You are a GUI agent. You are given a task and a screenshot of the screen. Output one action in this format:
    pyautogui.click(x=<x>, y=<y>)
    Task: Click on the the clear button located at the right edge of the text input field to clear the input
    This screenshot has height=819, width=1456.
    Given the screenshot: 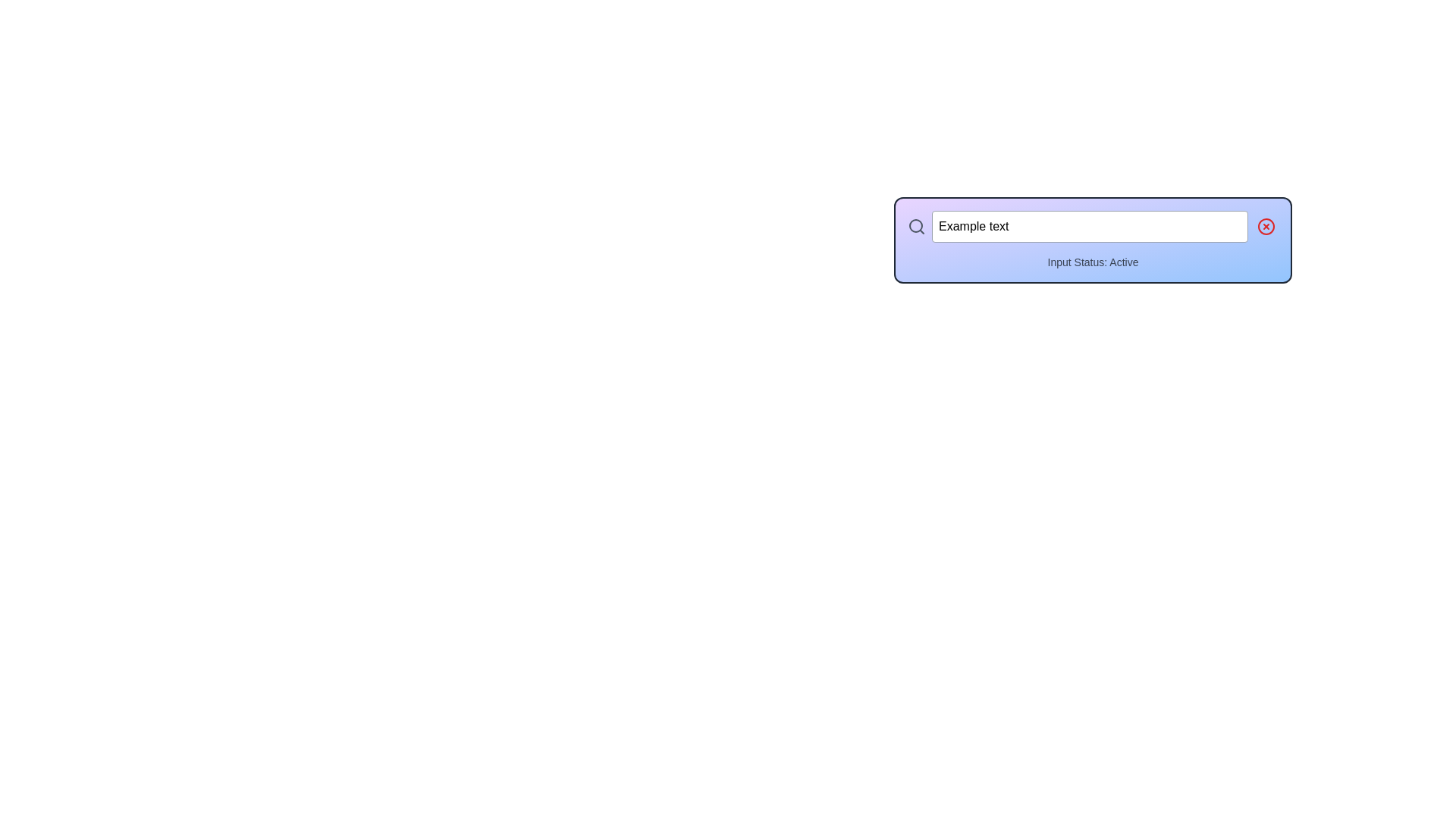 What is the action you would take?
    pyautogui.click(x=1266, y=227)
    